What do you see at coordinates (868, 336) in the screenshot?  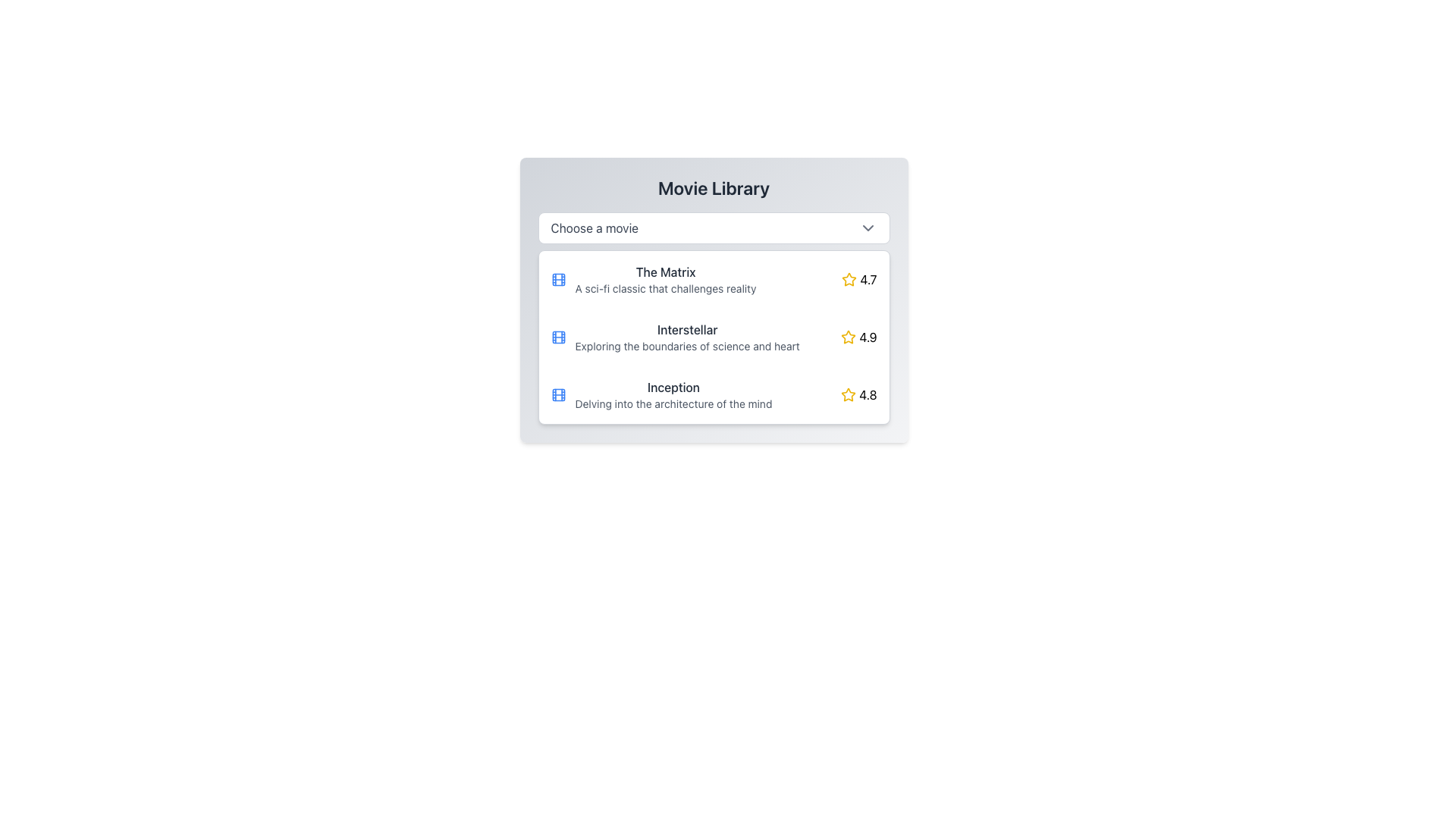 I see `the numerical text label '4.9' that indicates the rating for 'Interstellar', which is styled in a clear, sans-serif font and located next to a yellow star icon` at bounding box center [868, 336].